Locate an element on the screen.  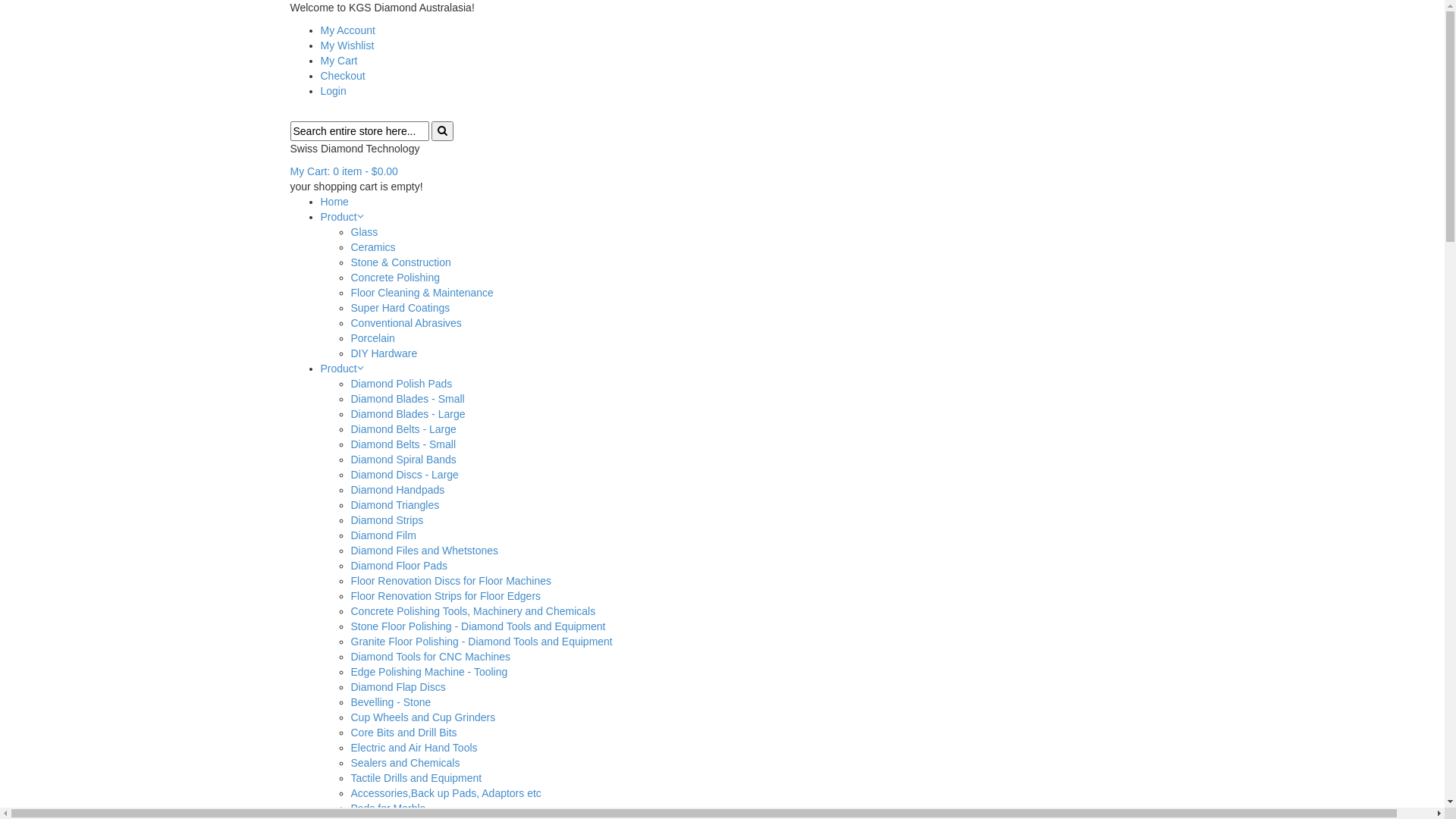
'Diamond Blades - Large' is located at coordinates (349, 414).